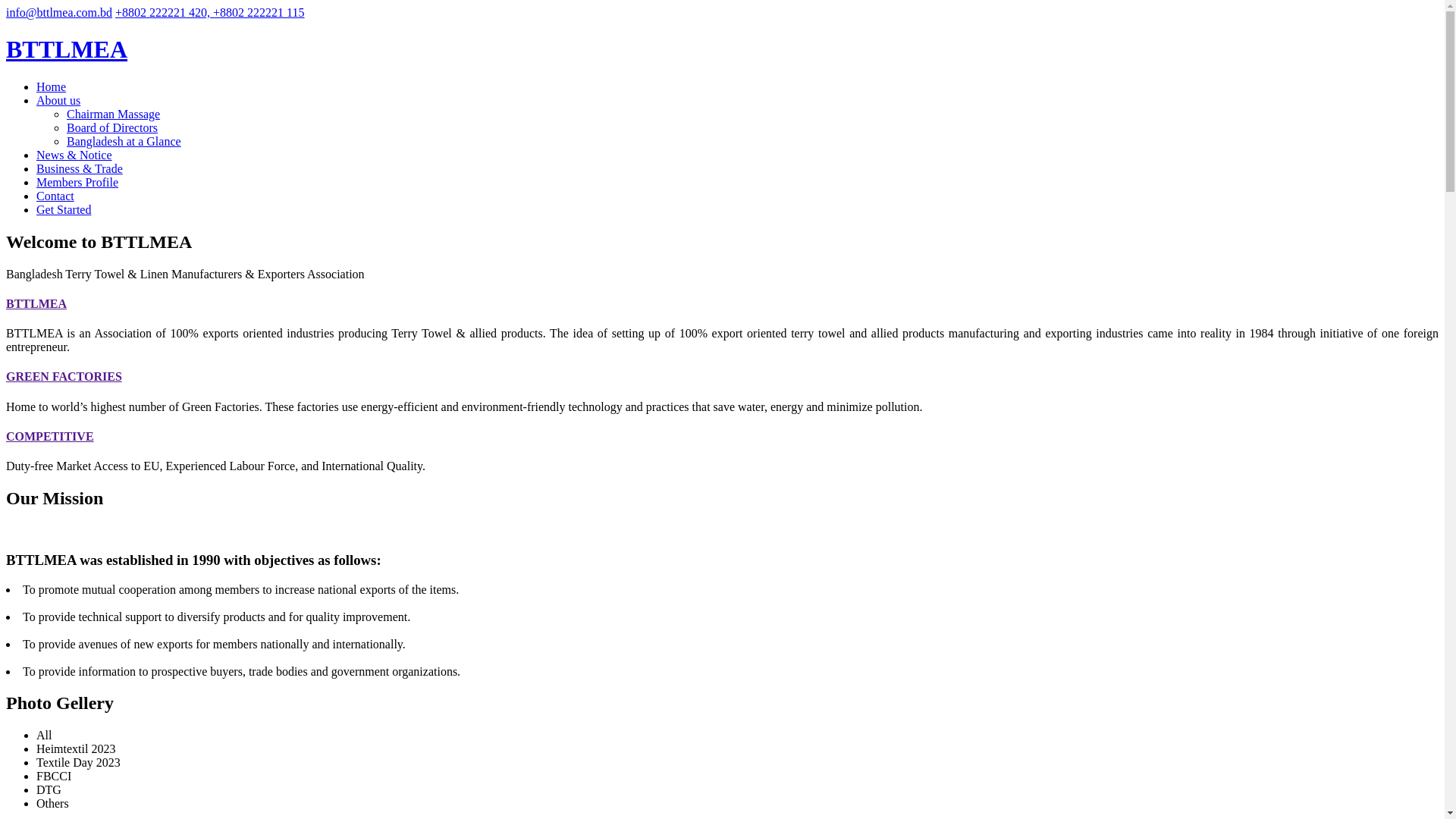 This screenshot has height=819, width=1456. I want to click on '+8802 222221 420, +8802 222221 115', so click(209, 12).